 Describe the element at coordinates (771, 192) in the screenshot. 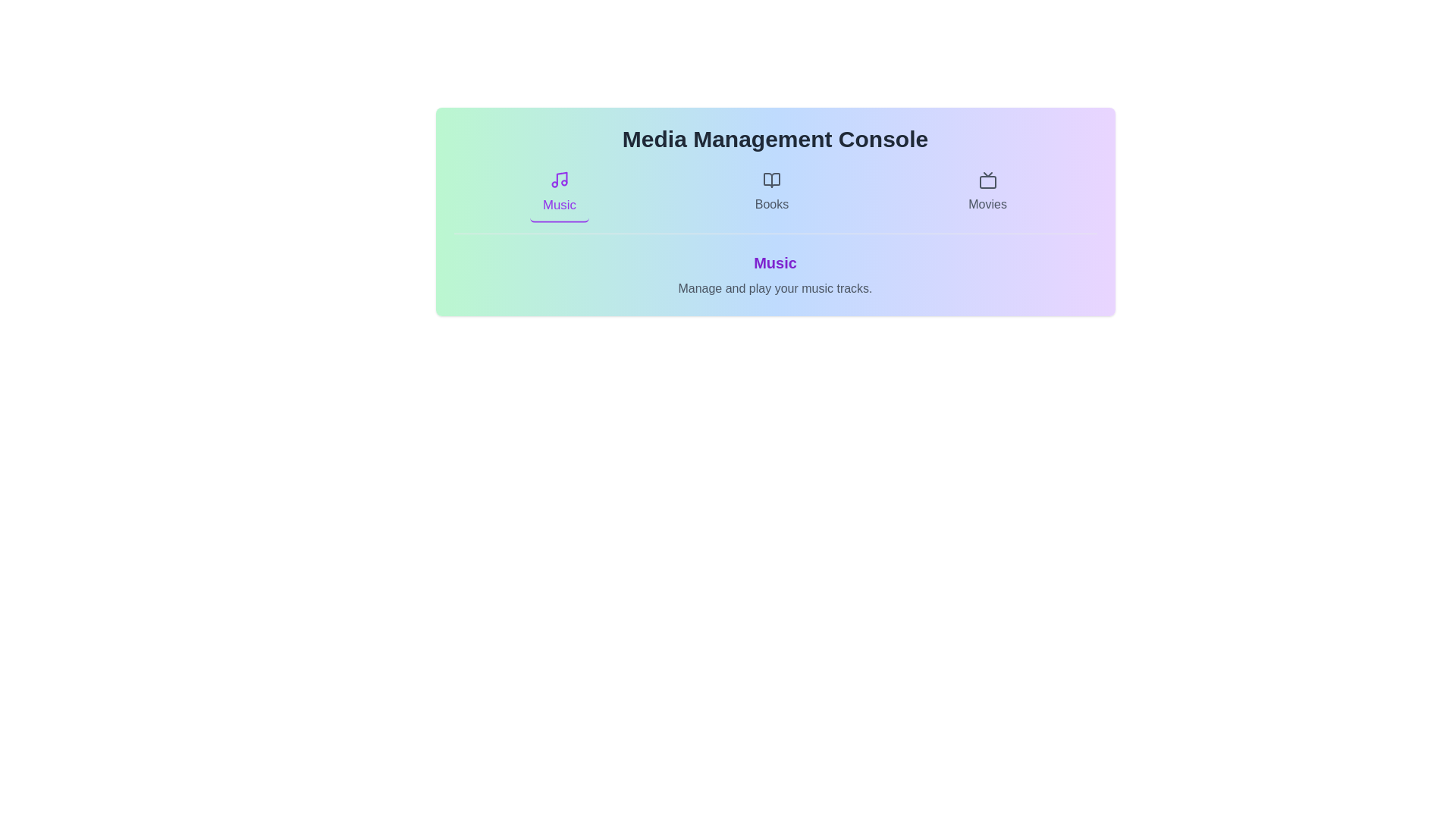

I see `the tab Books from the available tabs` at that location.